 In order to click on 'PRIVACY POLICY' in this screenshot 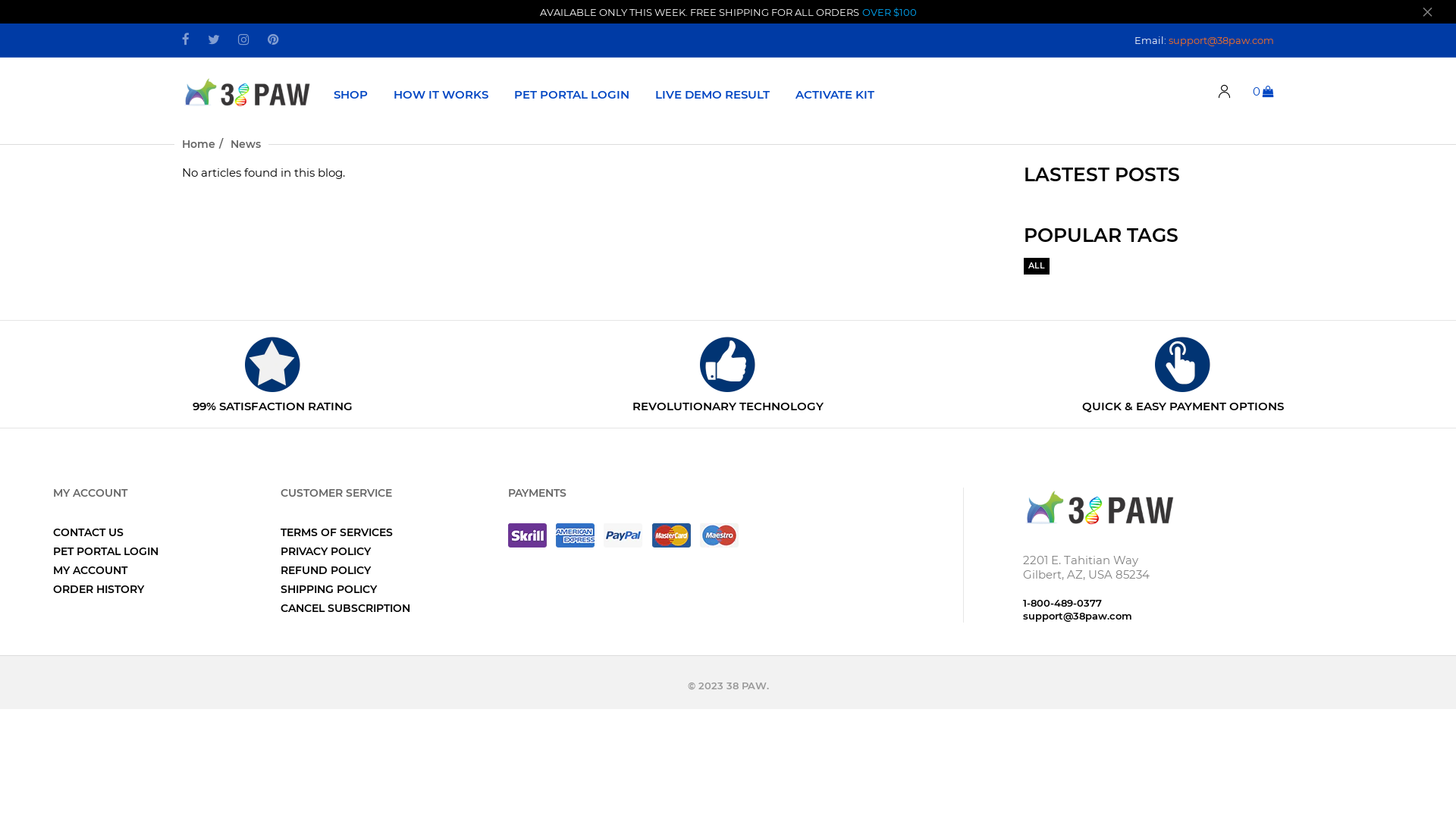, I will do `click(325, 551)`.